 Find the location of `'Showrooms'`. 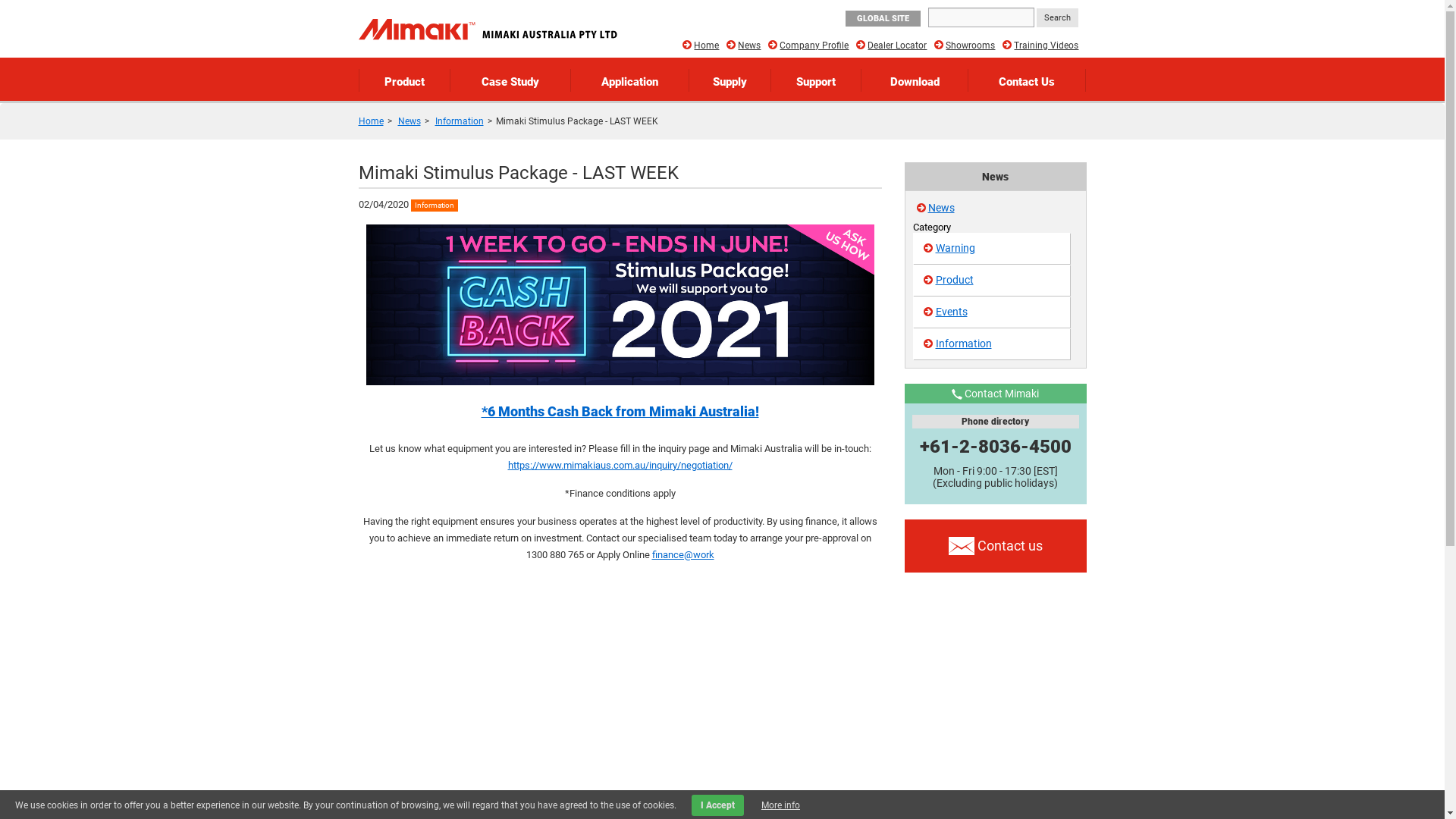

'Showrooms' is located at coordinates (969, 45).